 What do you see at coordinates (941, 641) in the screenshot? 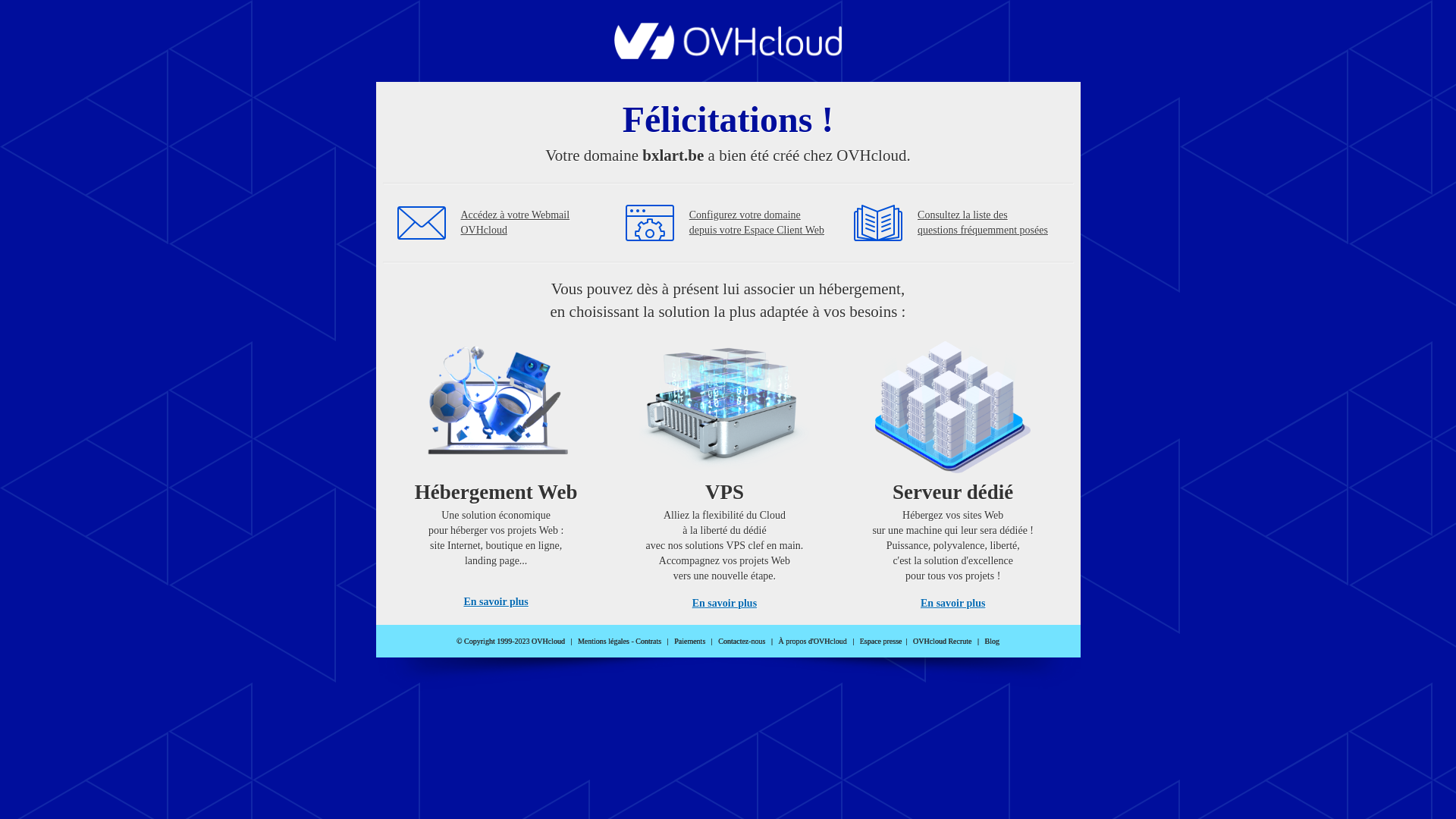
I see `'OVHcloud Recrute'` at bounding box center [941, 641].